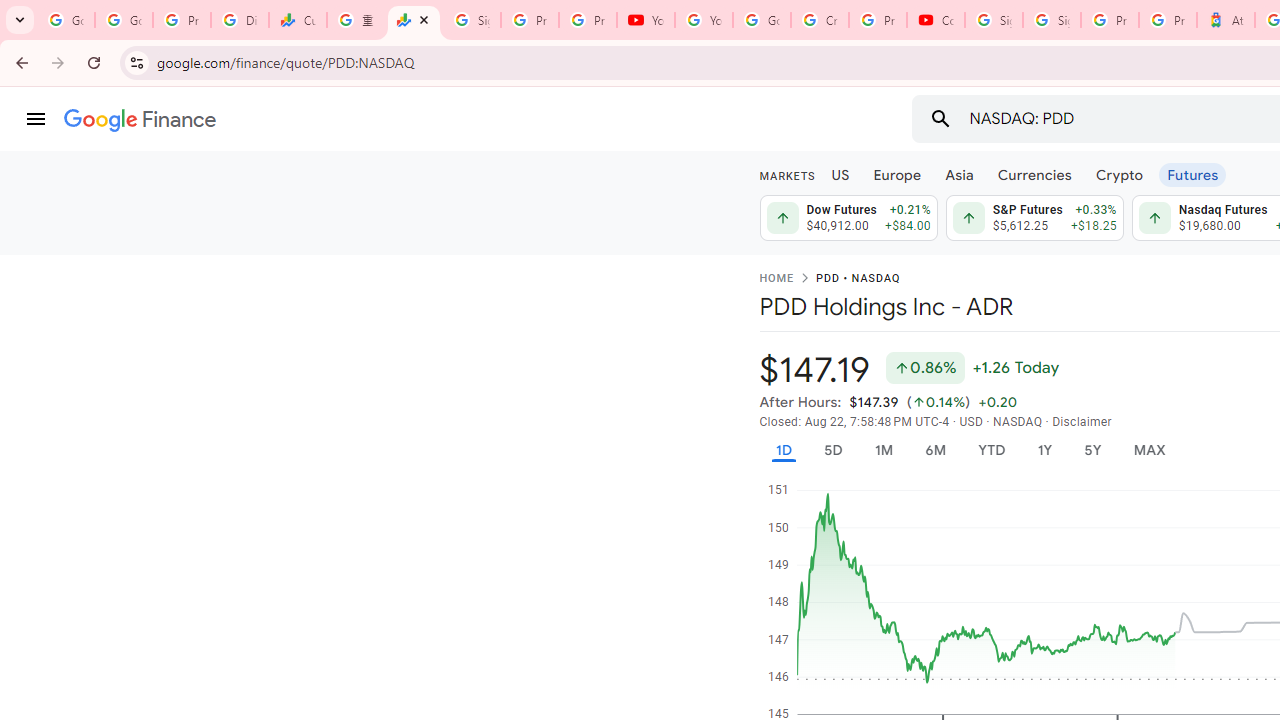 This screenshot has height=720, width=1280. What do you see at coordinates (958, 173) in the screenshot?
I see `'Asia'` at bounding box center [958, 173].